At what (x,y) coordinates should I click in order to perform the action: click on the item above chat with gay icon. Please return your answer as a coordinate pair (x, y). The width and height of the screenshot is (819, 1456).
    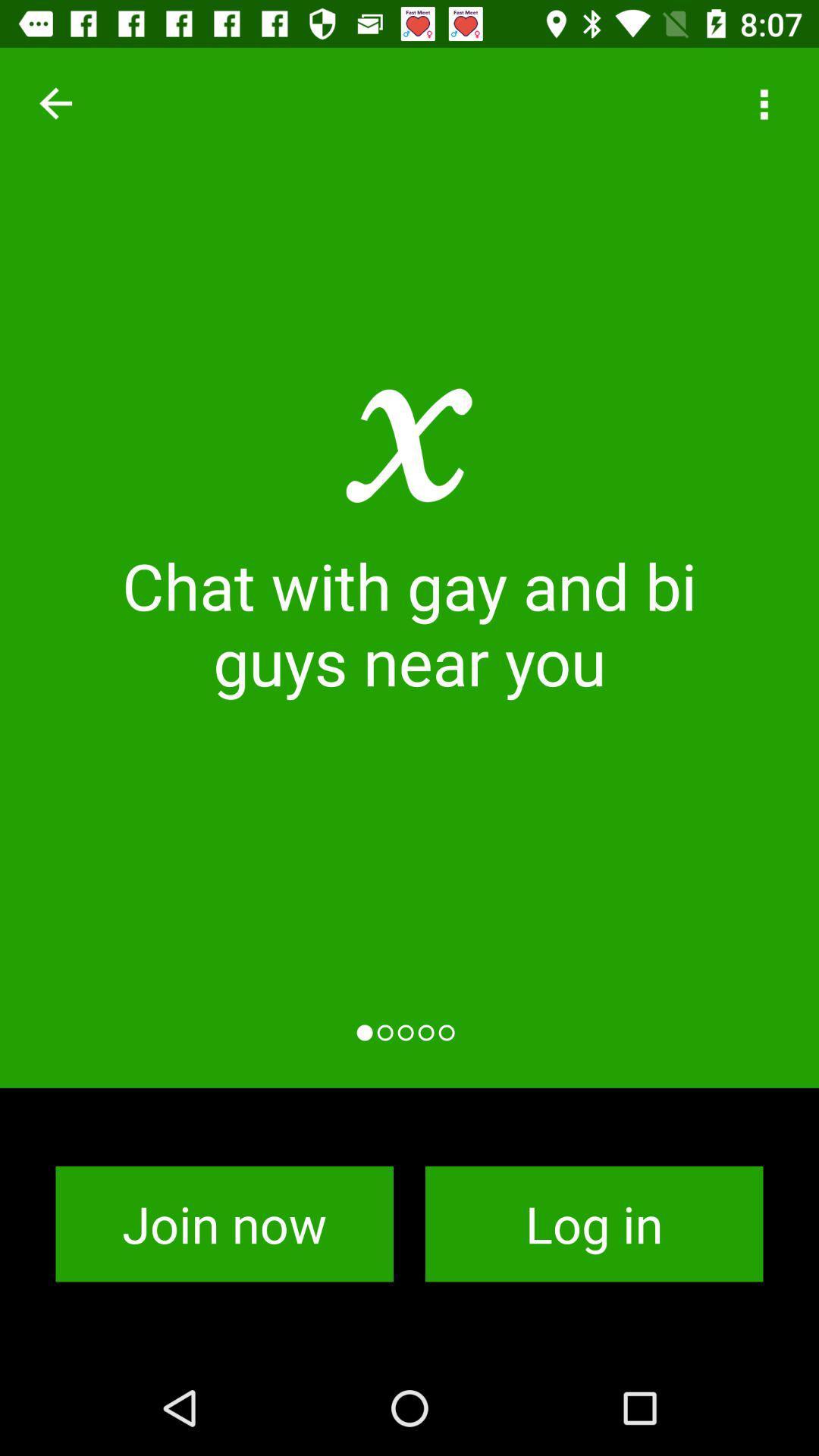
    Looking at the image, I should click on (763, 102).